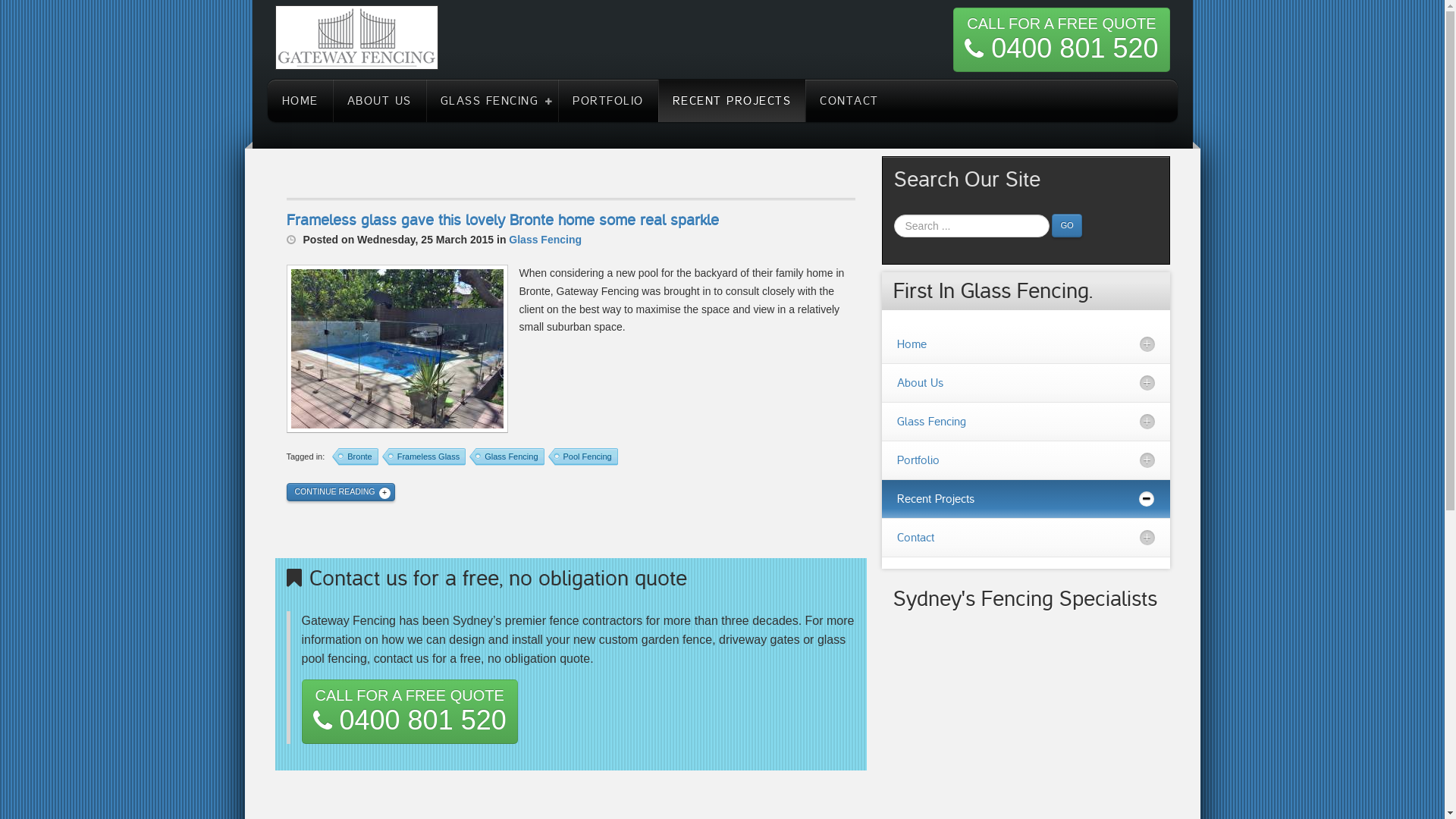 This screenshot has height=819, width=1456. I want to click on 'CALL FOR A FREE QUOTE, so click(952, 39).